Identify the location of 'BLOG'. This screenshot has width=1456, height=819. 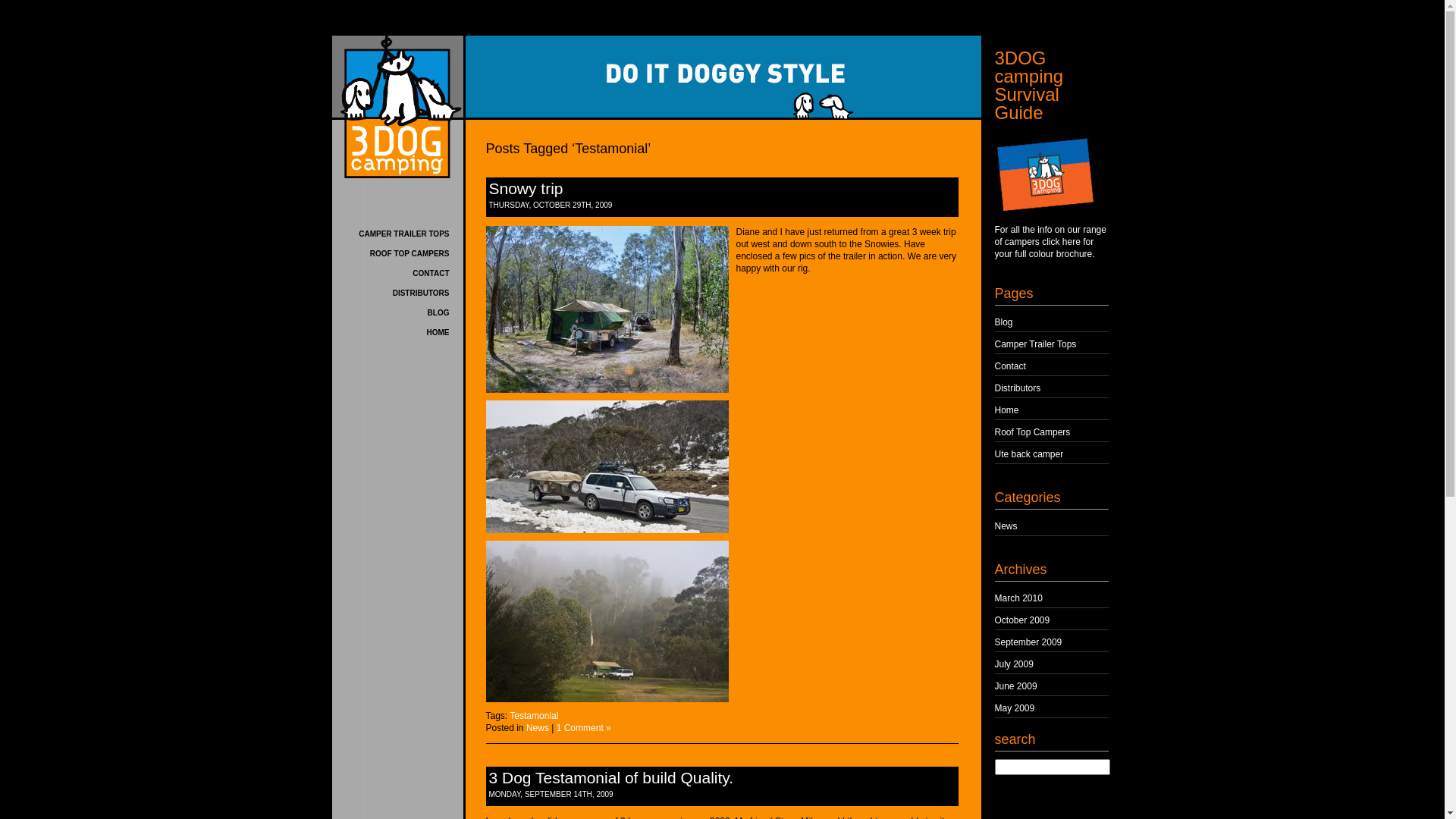
(438, 312).